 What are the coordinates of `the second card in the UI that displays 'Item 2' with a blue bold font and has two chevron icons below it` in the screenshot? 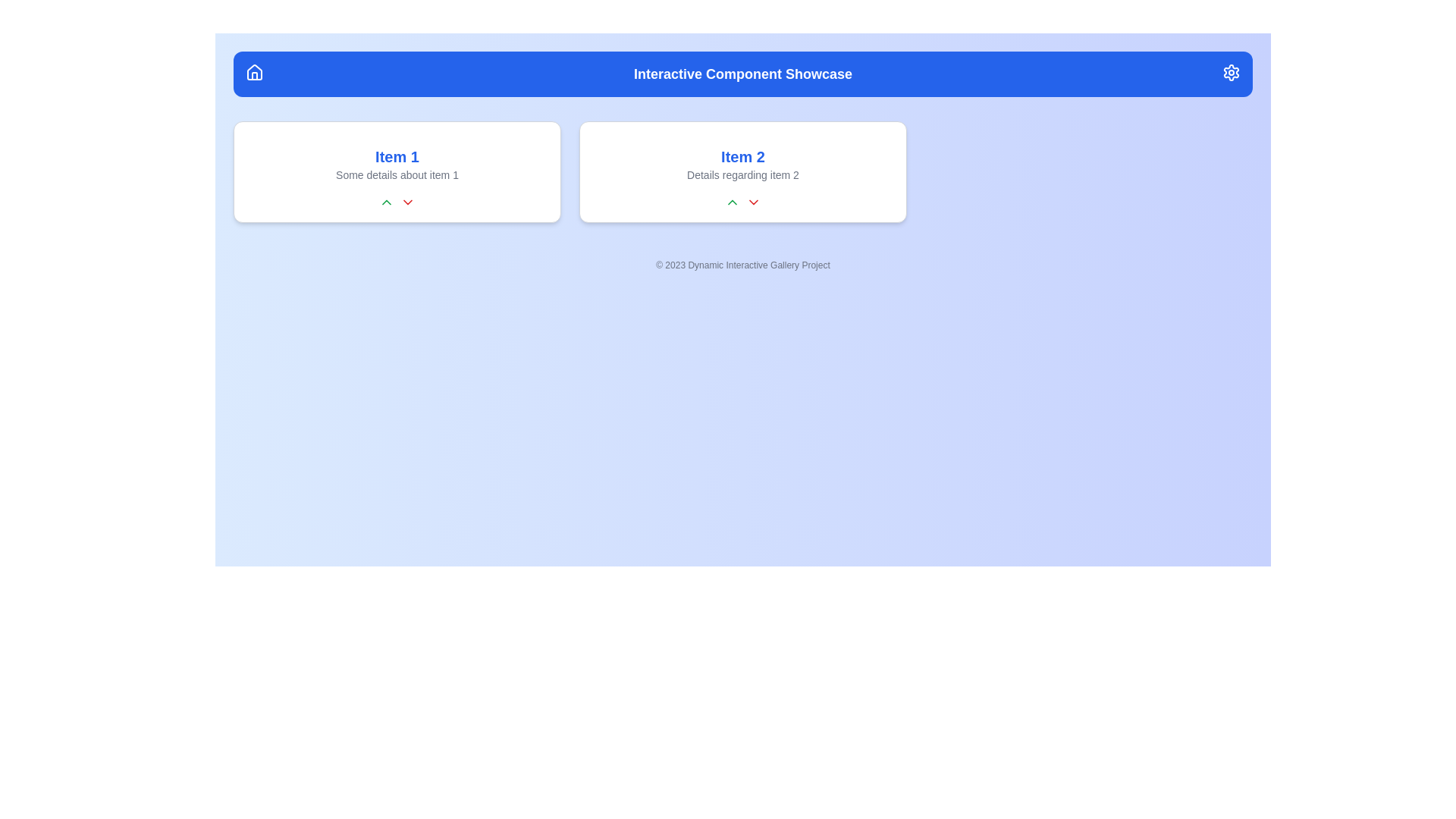 It's located at (742, 171).